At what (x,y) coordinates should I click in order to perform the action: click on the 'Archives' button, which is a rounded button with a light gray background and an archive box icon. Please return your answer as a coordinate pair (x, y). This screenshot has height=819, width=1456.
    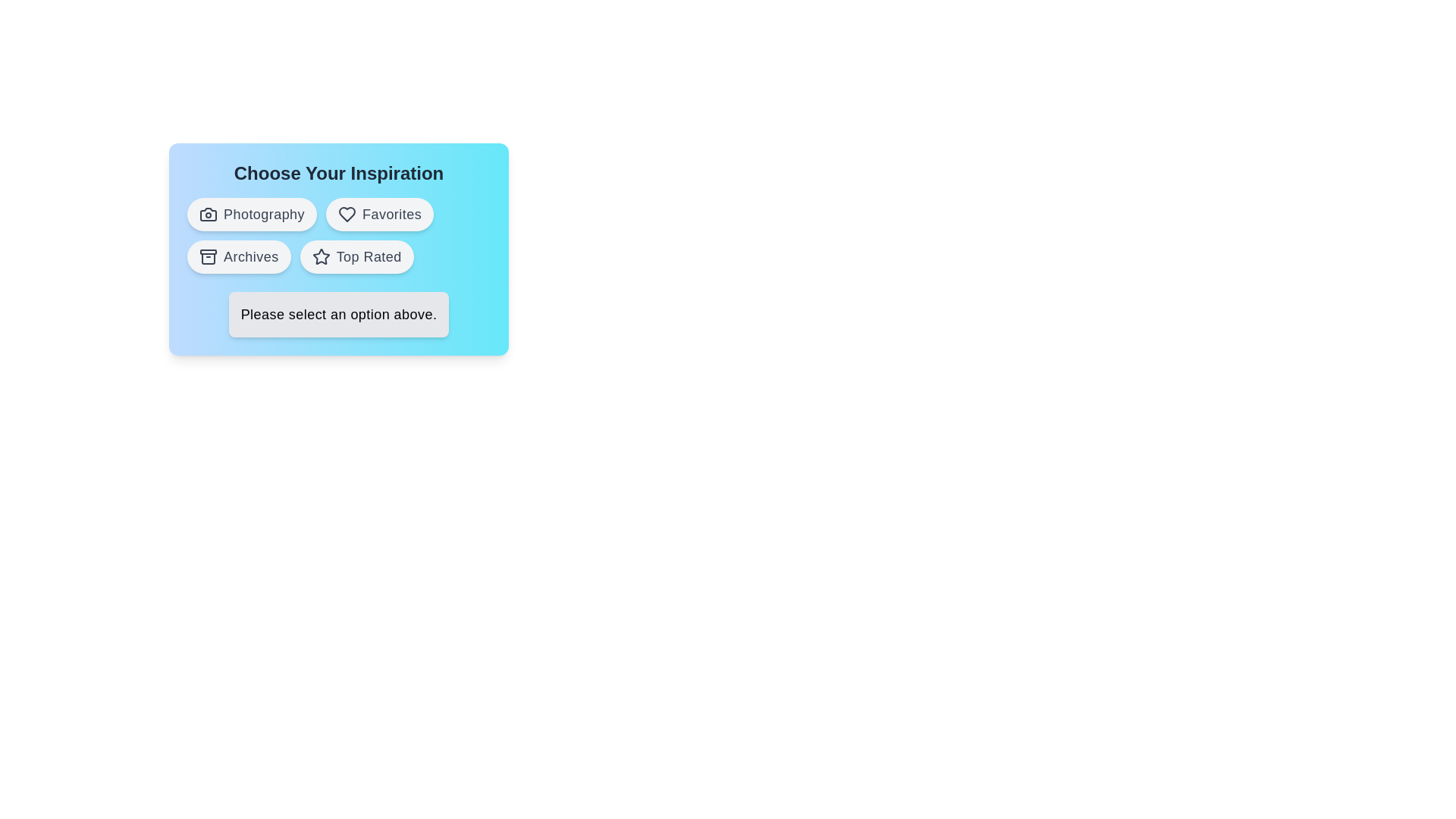
    Looking at the image, I should click on (238, 256).